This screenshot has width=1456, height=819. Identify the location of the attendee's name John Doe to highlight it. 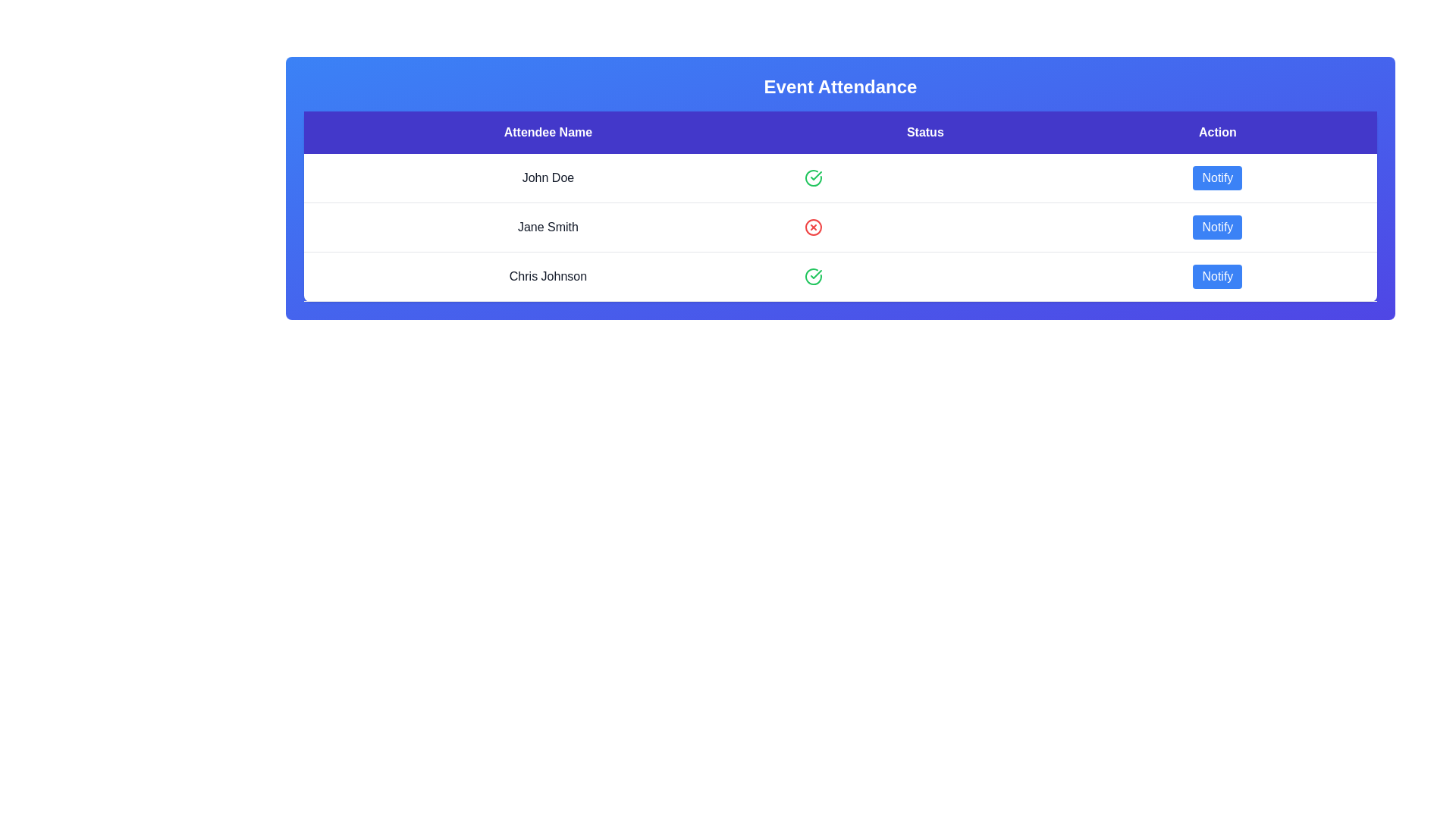
(547, 177).